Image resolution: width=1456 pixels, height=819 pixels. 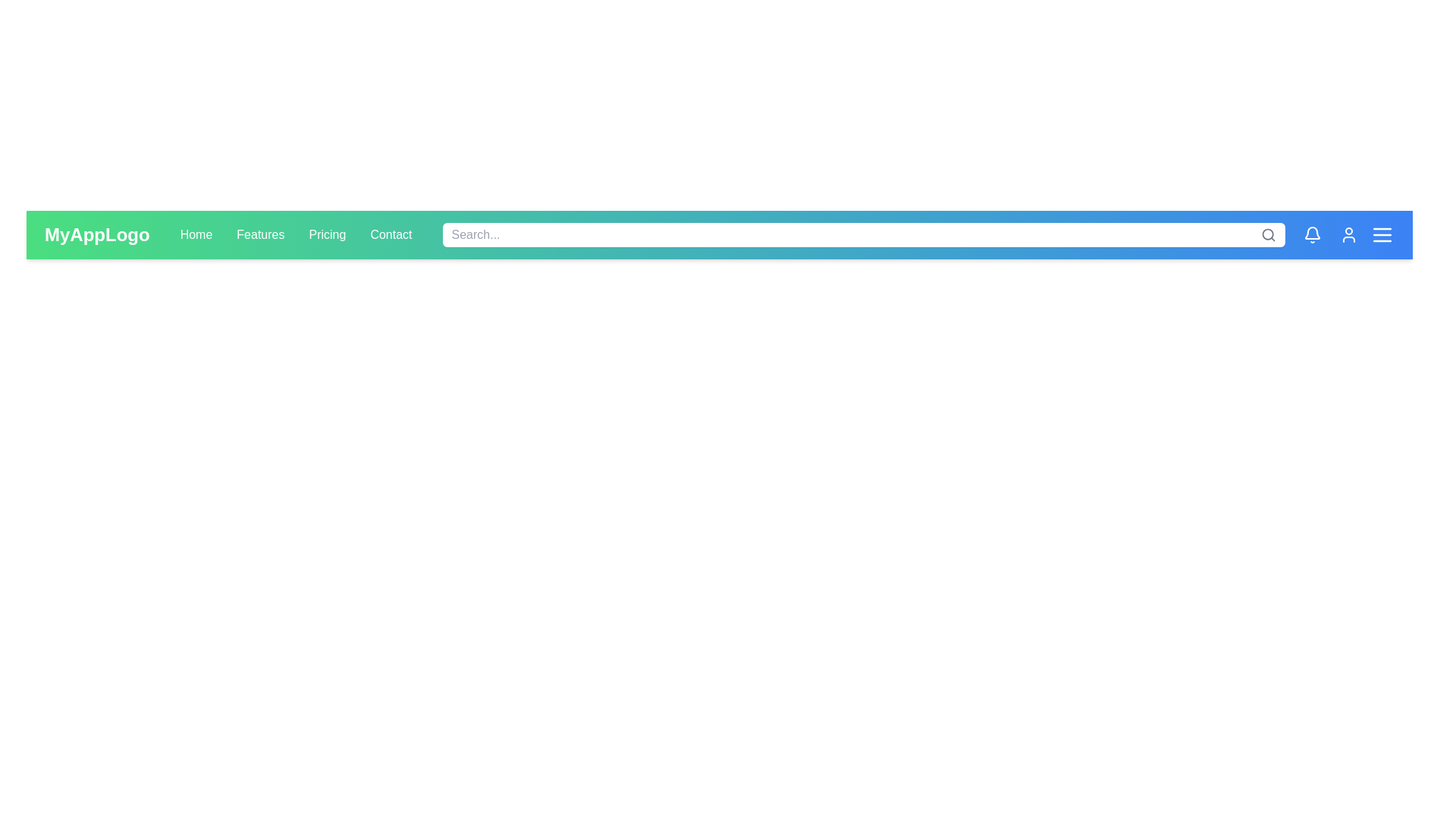 What do you see at coordinates (196, 234) in the screenshot?
I see `the first hyperlink in the horizontal navigation bar, located immediately to the right of 'MyAppLogo'` at bounding box center [196, 234].